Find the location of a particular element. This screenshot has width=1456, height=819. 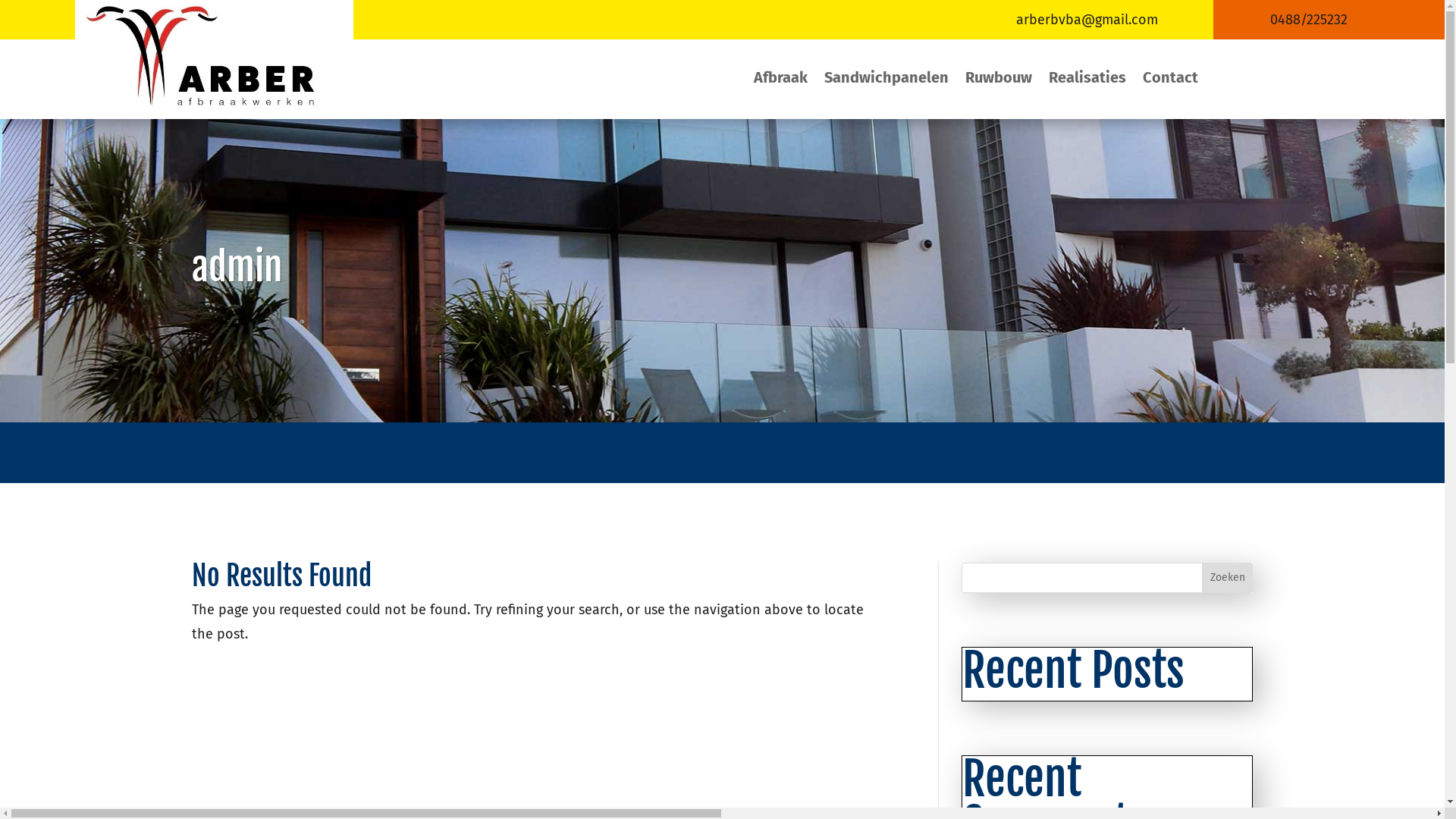

'Zoeken' is located at coordinates (1227, 578).